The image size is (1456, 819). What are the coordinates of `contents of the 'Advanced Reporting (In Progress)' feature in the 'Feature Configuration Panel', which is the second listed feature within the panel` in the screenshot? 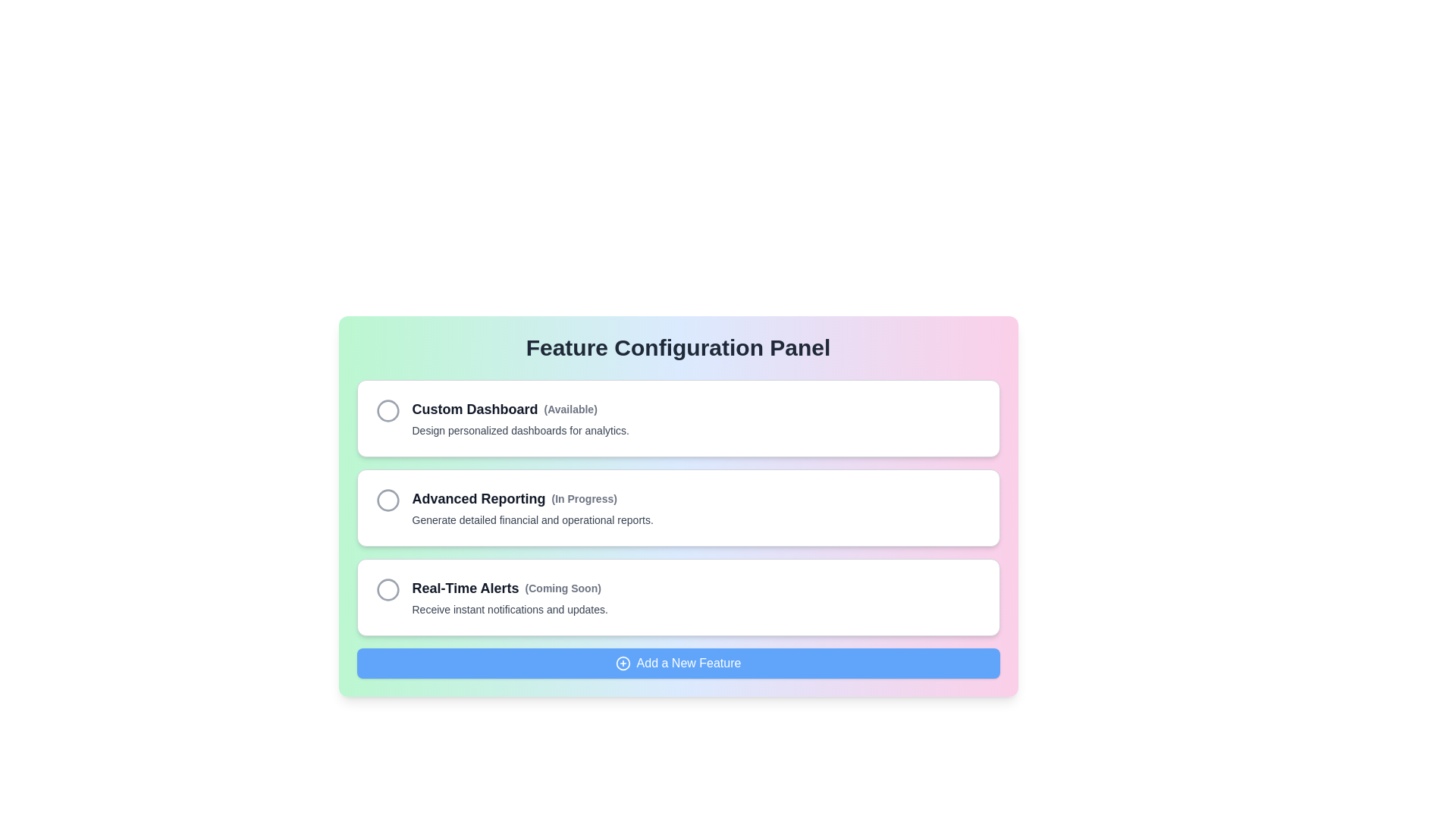 It's located at (677, 506).